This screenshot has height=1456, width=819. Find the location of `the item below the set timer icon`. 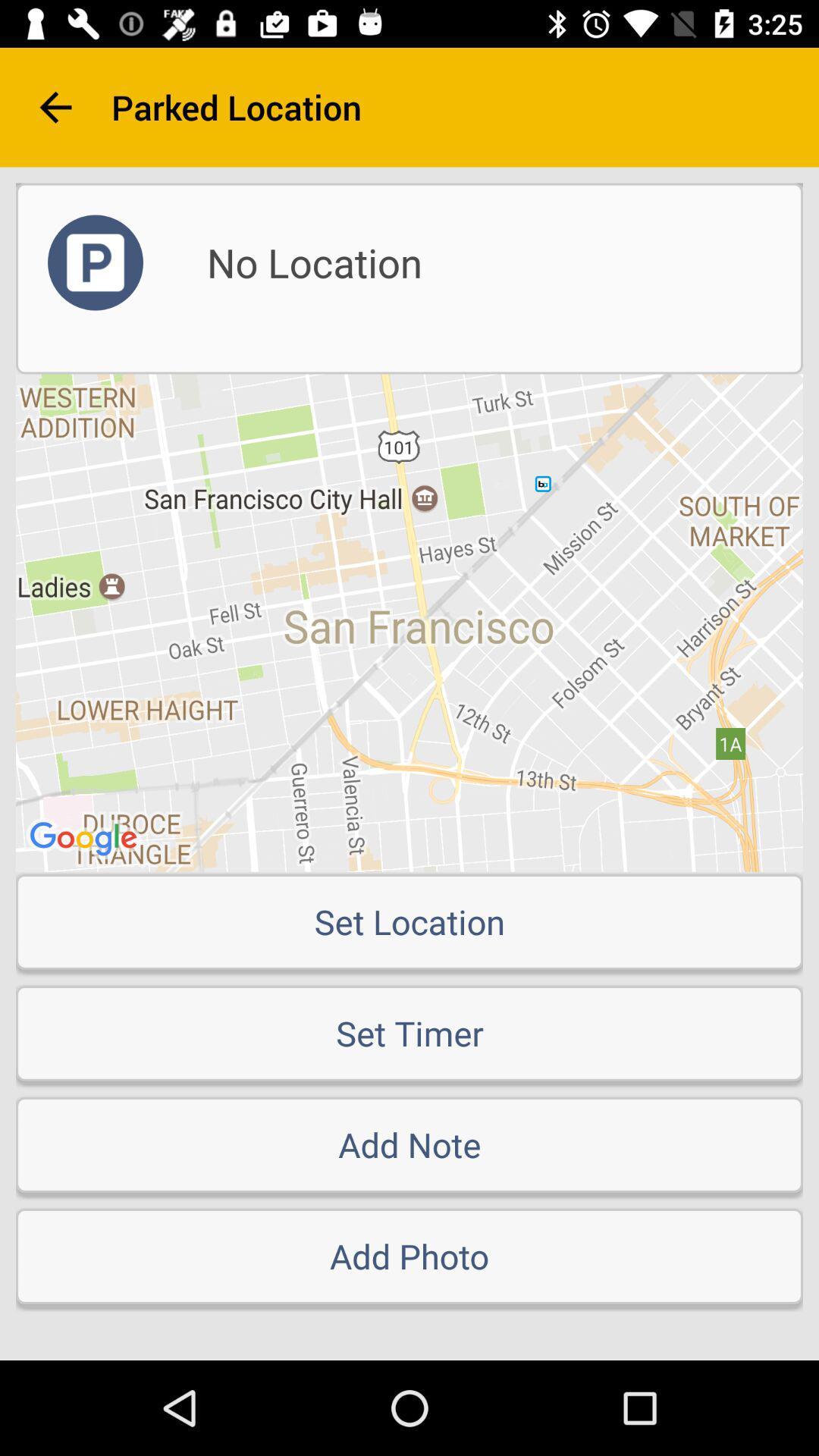

the item below the set timer icon is located at coordinates (409, 1144).